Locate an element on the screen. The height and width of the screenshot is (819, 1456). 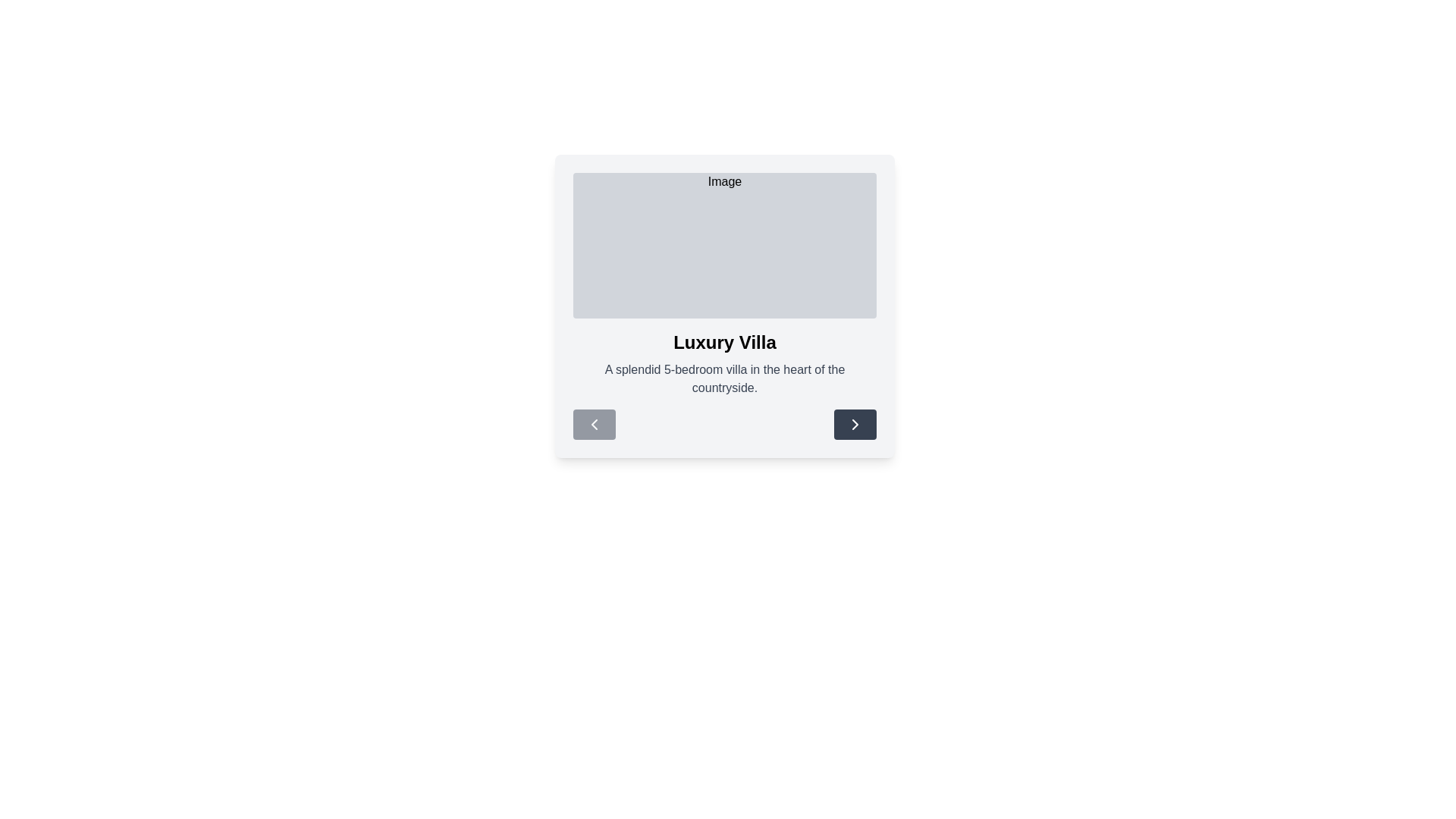
the first button on the left, which serves as a navigation control to move to the previous item or page is located at coordinates (593, 424).